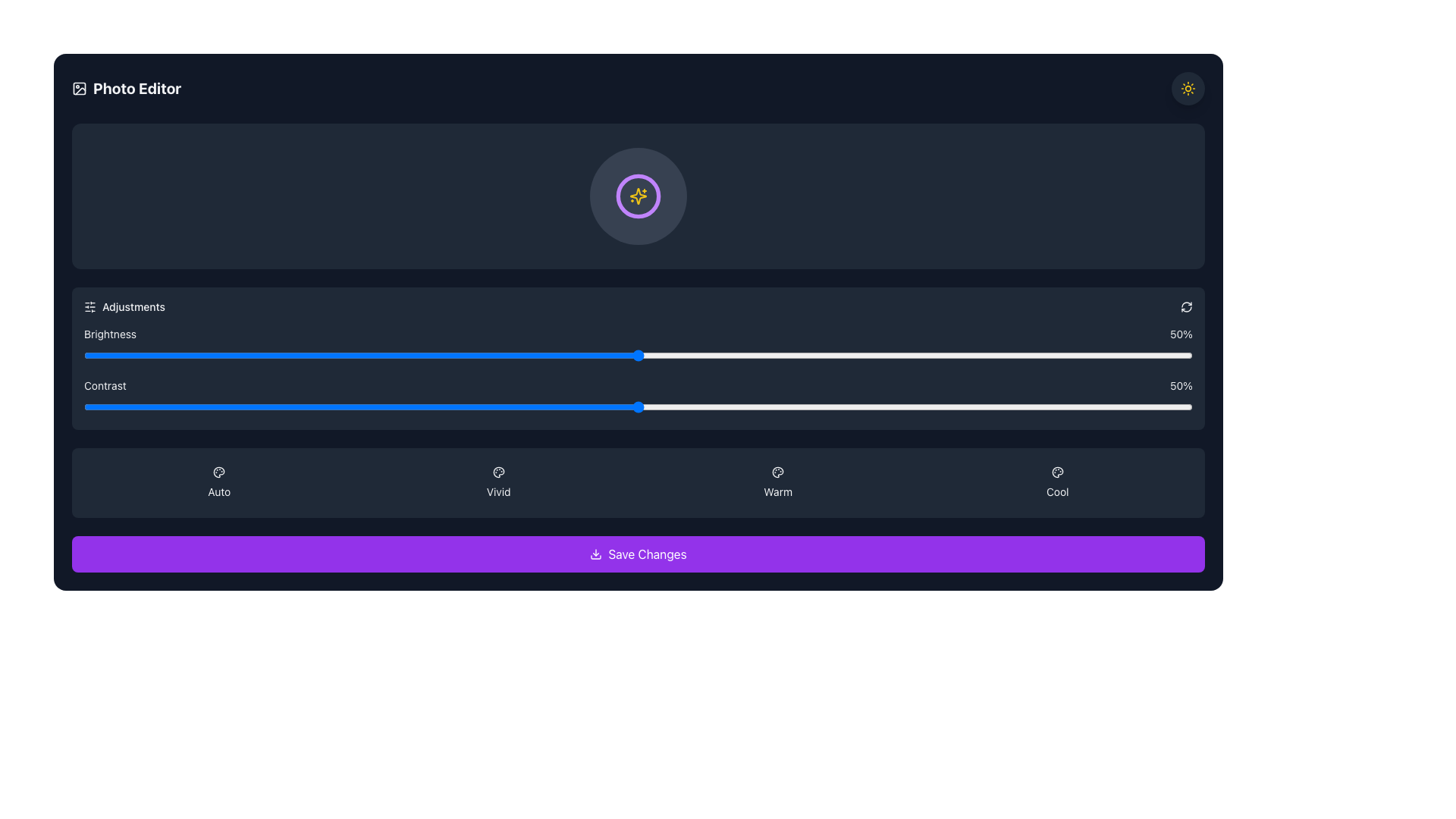 The height and width of the screenshot is (819, 1456). Describe the element at coordinates (124, 307) in the screenshot. I see `the 'Adjustments' label with an icon featuring sliders` at that location.